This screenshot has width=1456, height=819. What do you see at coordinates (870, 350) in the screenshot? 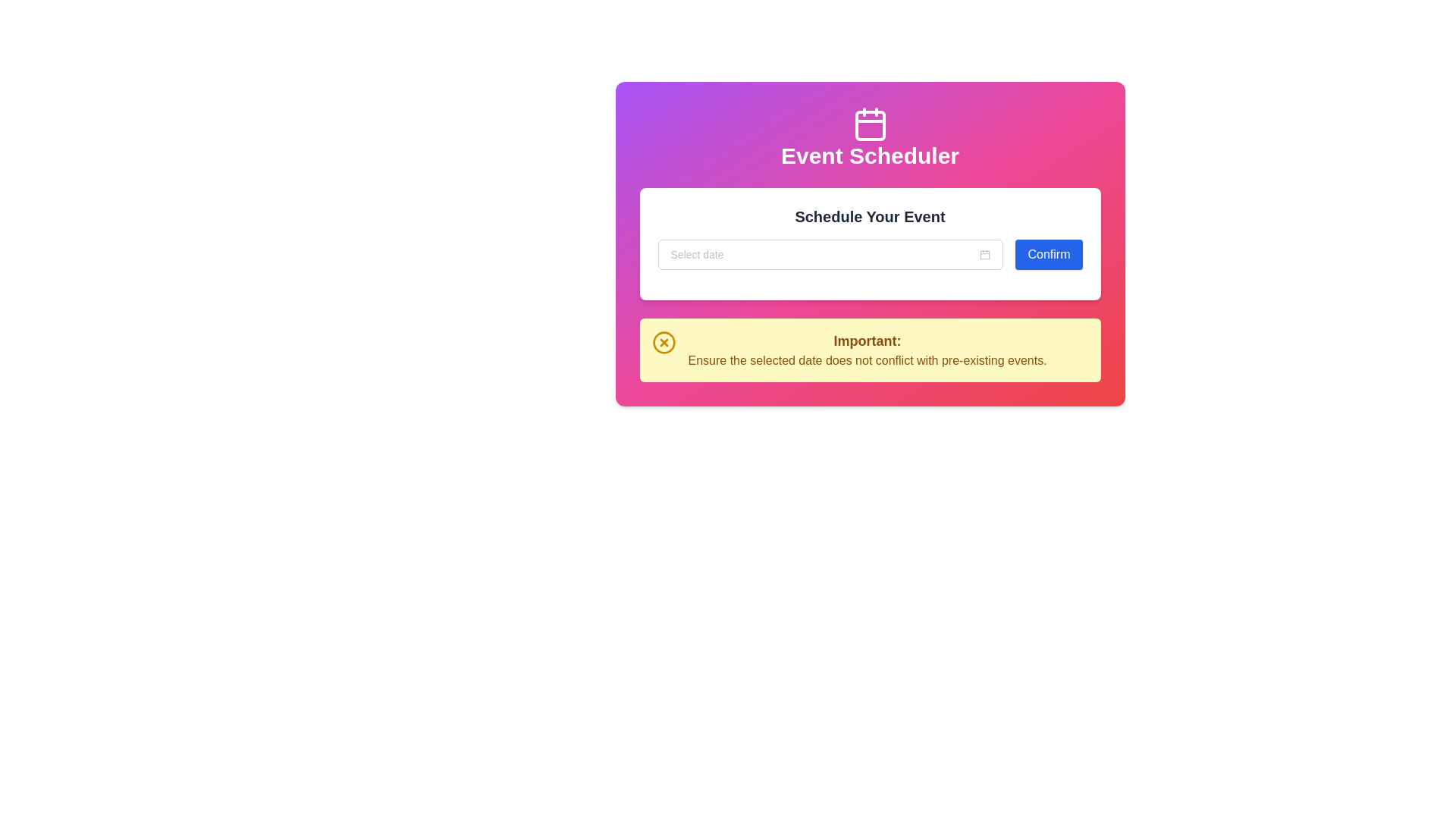
I see `the warning in the Informational Alert Box located at the bottom of the scheduler interface, beneath the date picker section` at bounding box center [870, 350].